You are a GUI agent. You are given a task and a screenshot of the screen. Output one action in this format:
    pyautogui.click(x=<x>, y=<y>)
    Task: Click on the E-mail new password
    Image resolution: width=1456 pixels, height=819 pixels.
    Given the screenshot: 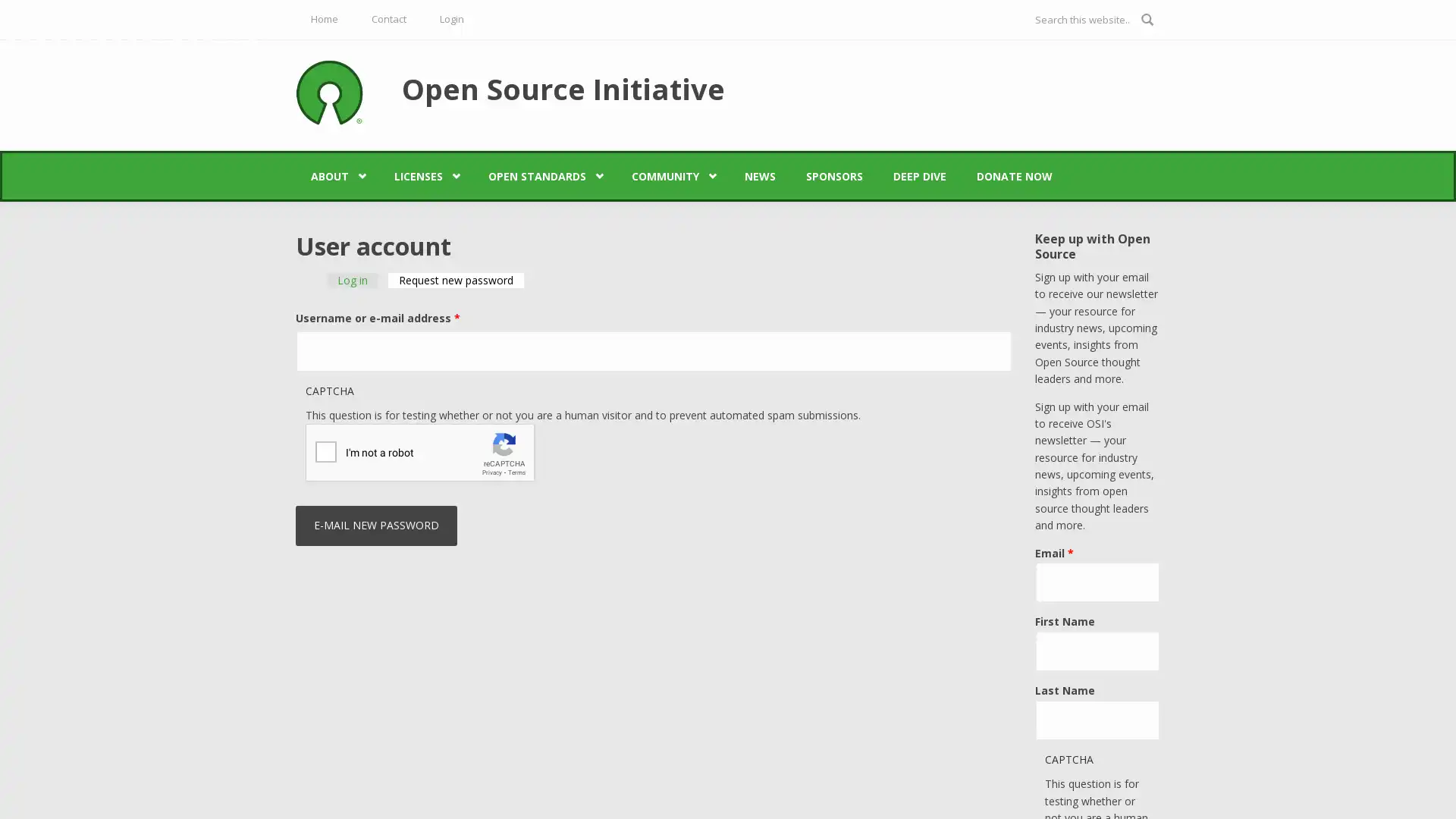 What is the action you would take?
    pyautogui.click(x=376, y=525)
    